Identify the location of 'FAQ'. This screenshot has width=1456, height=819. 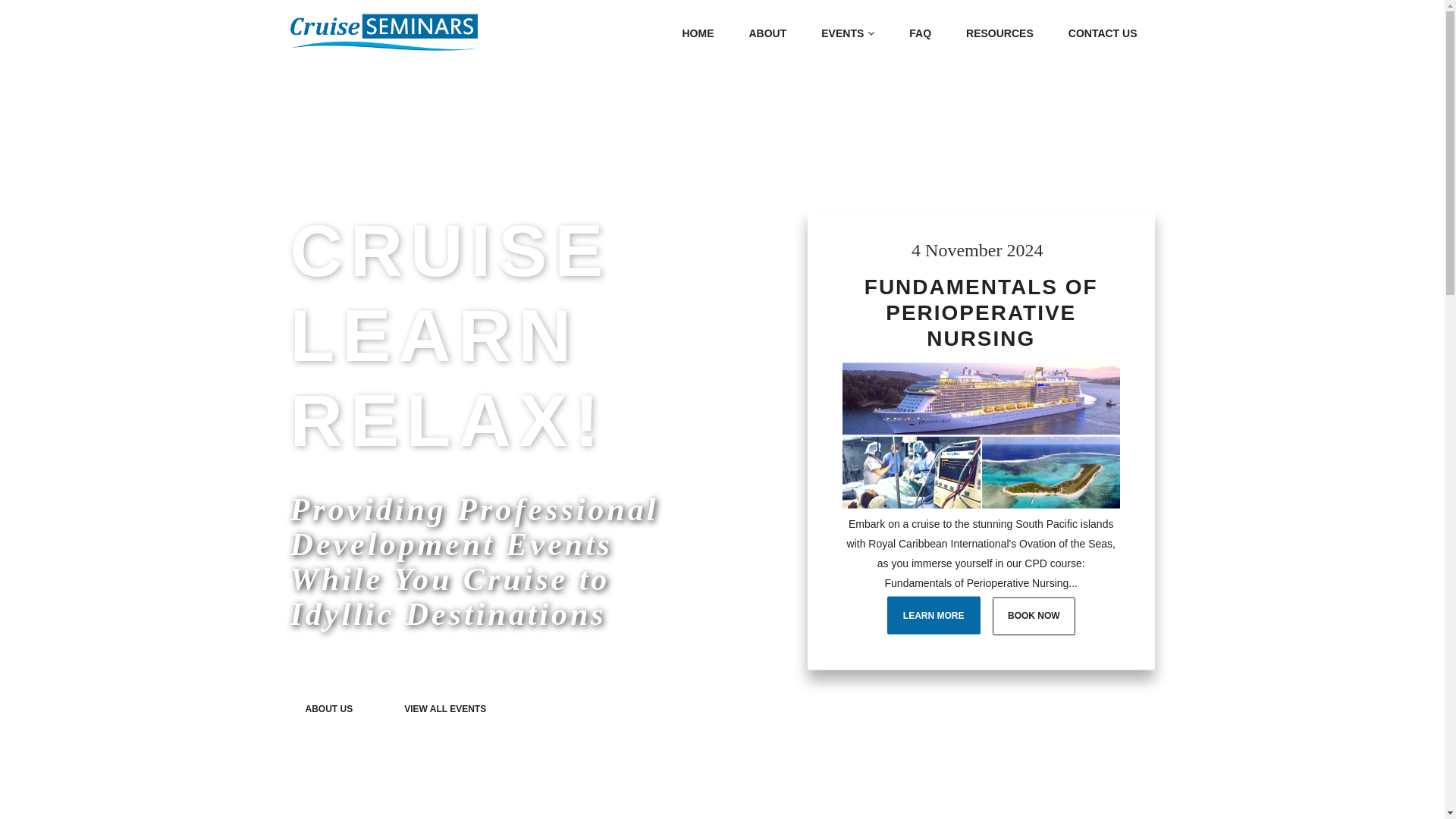
(919, 33).